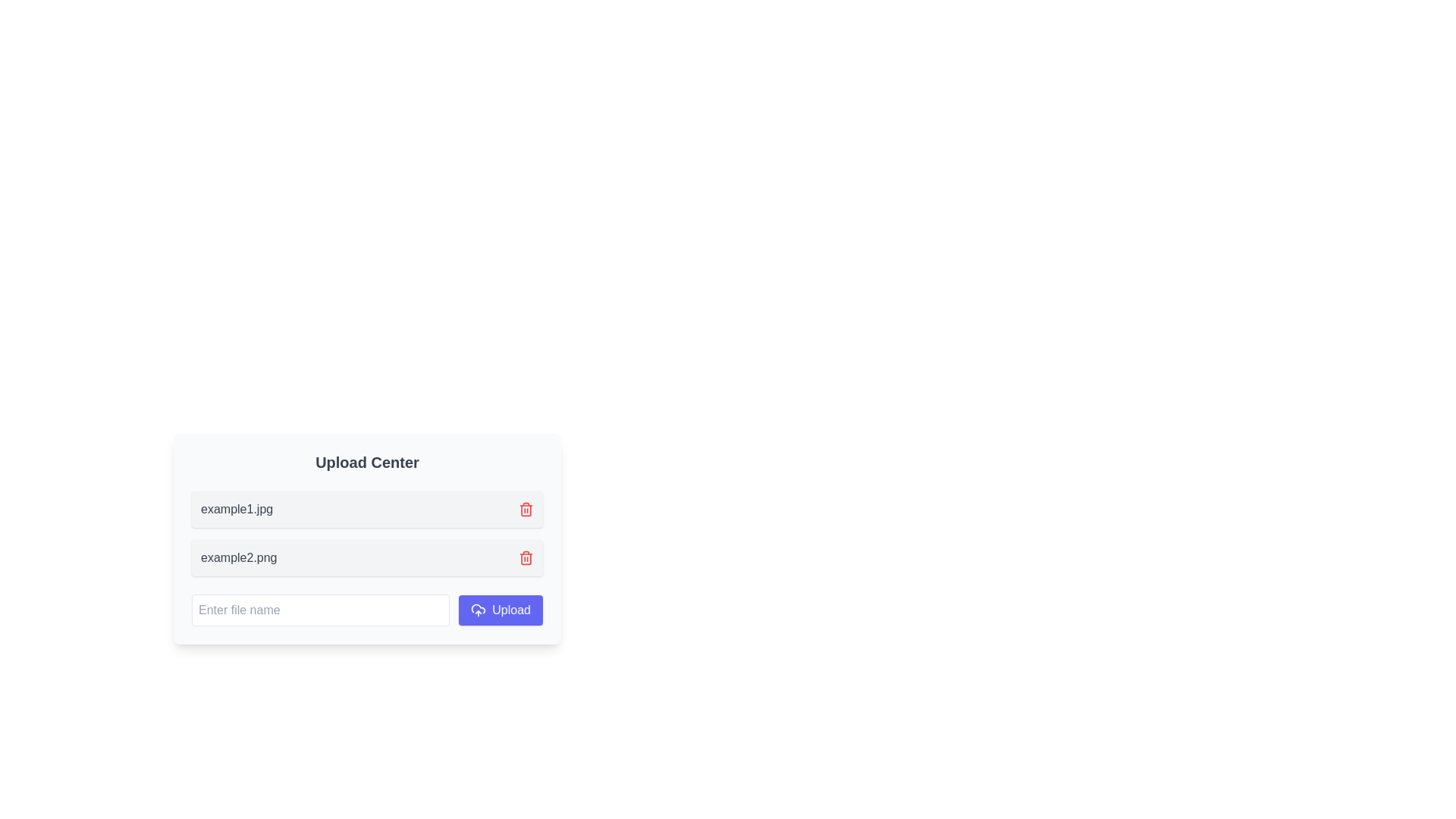  I want to click on the 'Upload' button, which is a white text button on a blue background located at the bottom-right of the file upload area, so click(511, 610).